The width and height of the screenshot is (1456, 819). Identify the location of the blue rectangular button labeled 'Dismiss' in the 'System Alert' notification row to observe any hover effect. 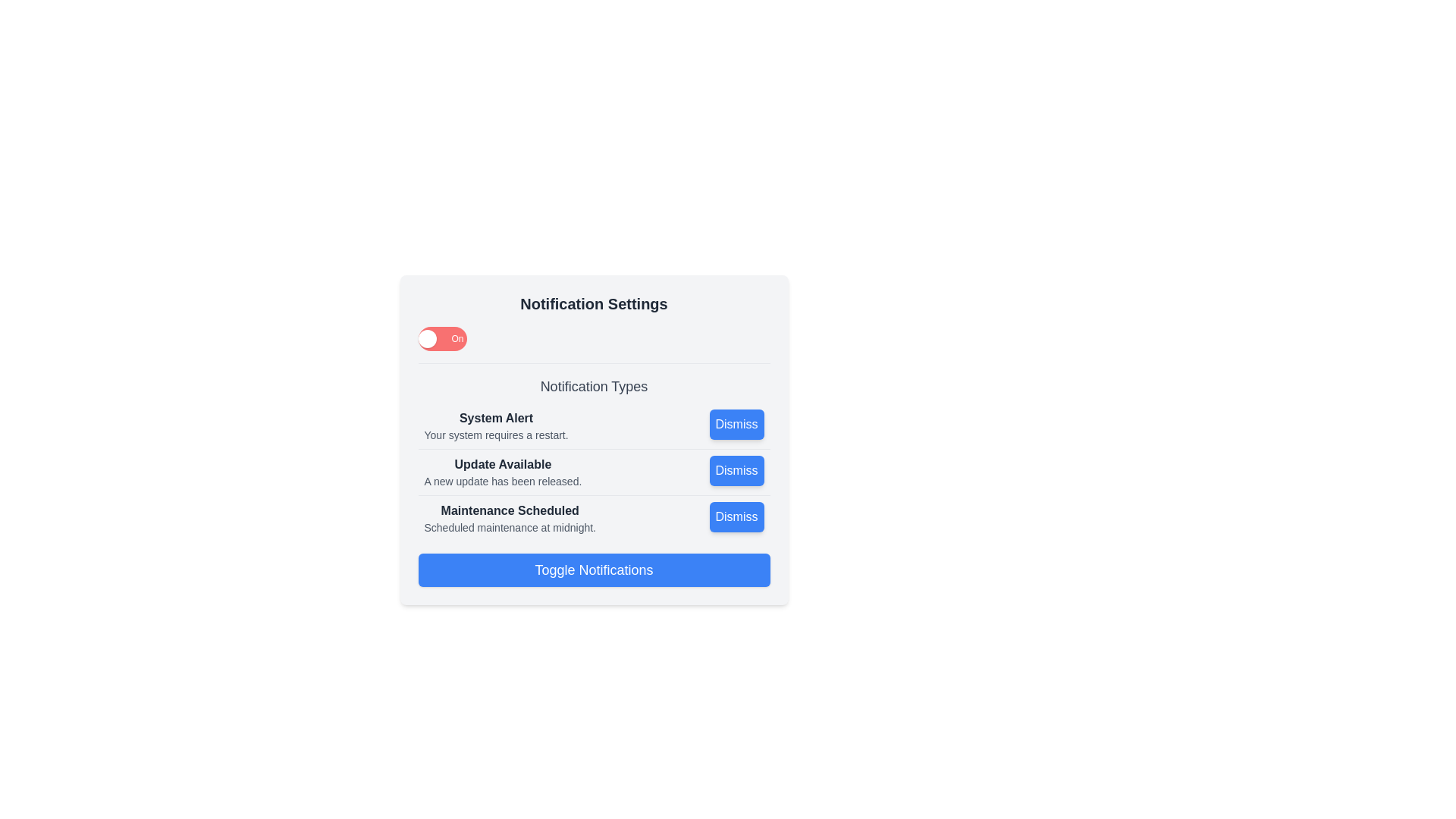
(736, 424).